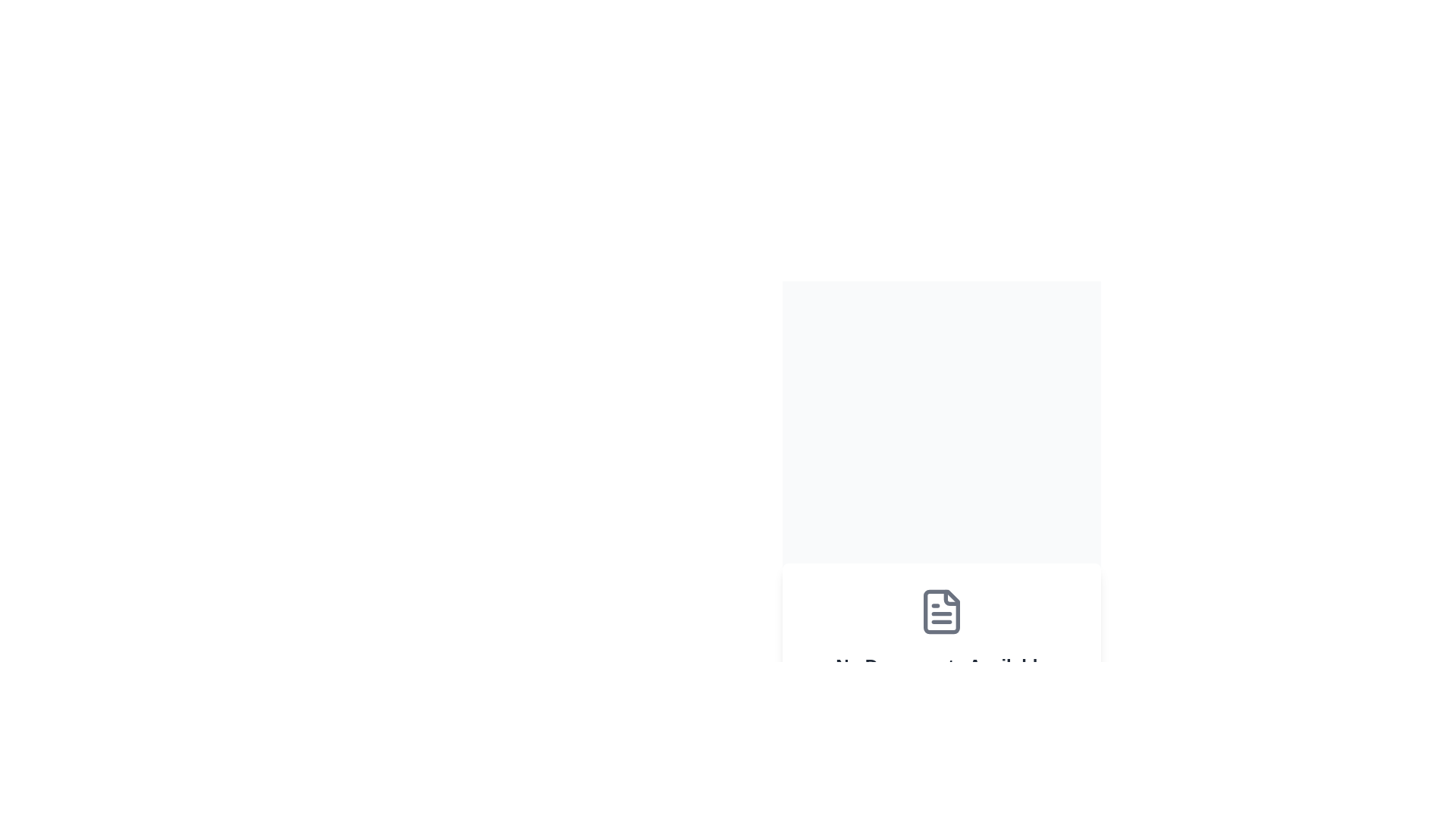  Describe the element at coordinates (941, 610) in the screenshot. I see `the gray document-like icon with a folded upper-right corner, which features horizontal lines representing text and is located at the bottom-central area of the visible interface` at that location.